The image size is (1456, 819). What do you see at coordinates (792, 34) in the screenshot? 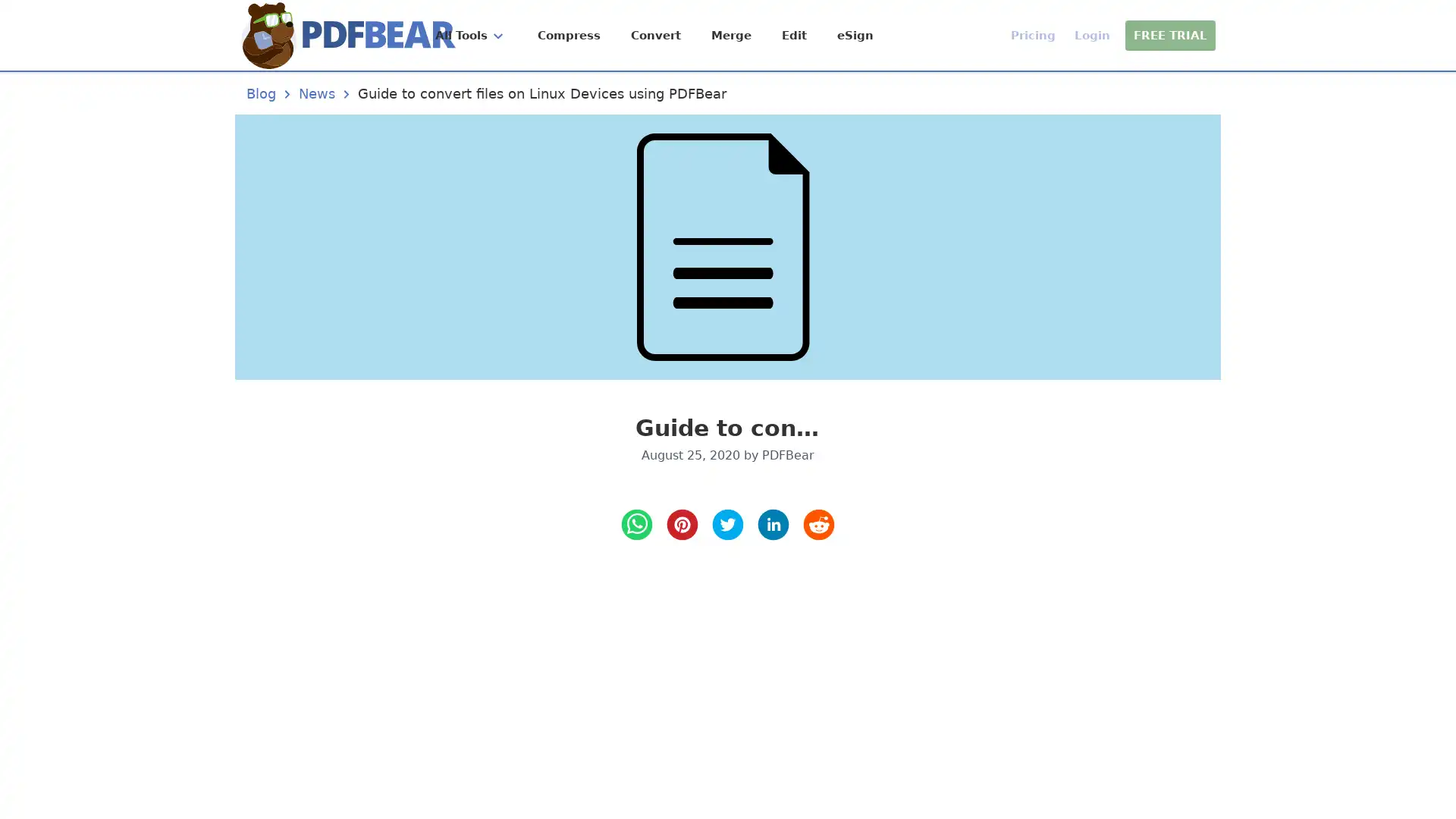
I see `Edit` at bounding box center [792, 34].